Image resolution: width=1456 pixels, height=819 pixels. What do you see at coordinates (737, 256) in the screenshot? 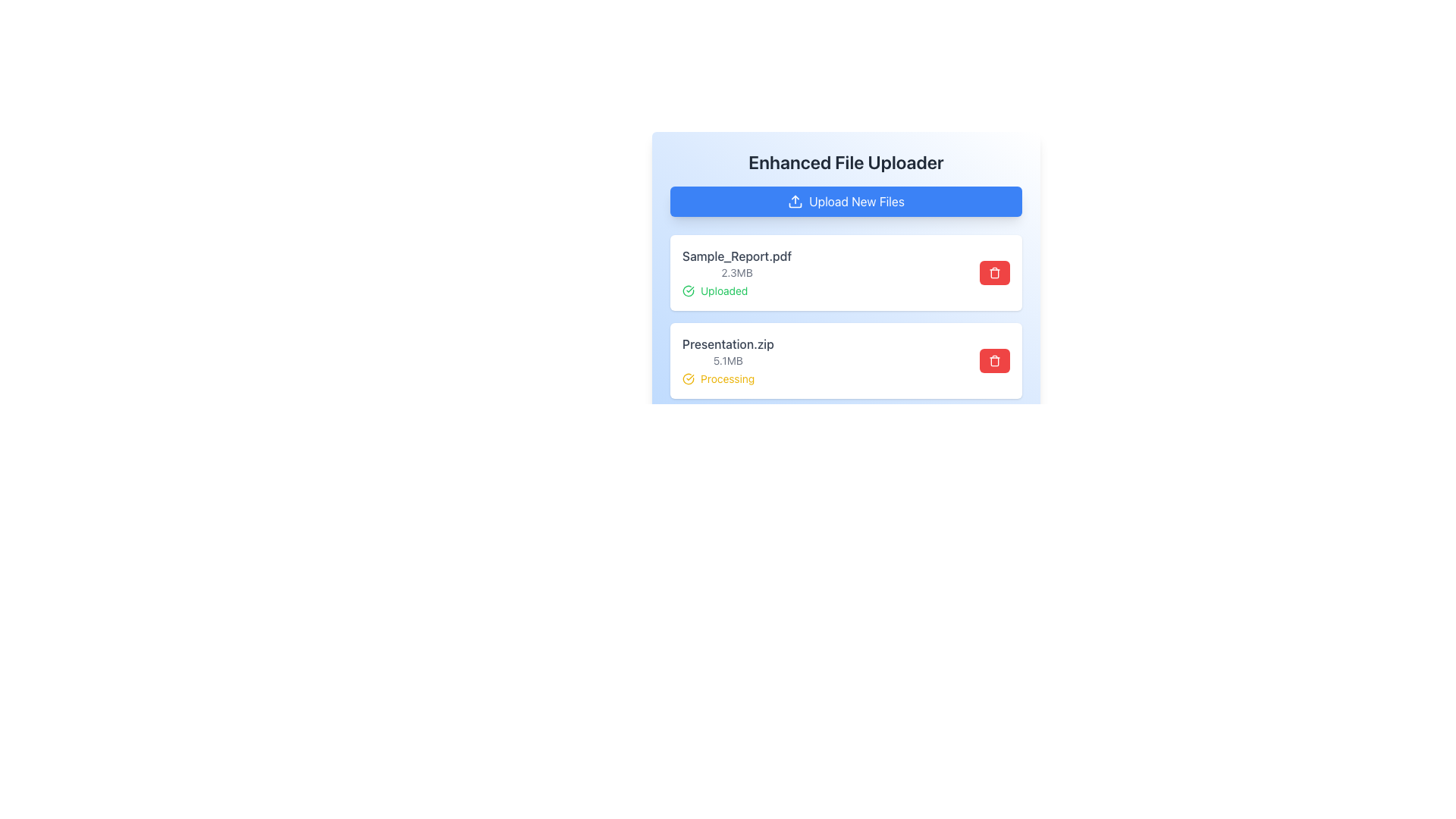
I see `the text labeled 'Sample_Report.pdf' in the file upload interface` at bounding box center [737, 256].